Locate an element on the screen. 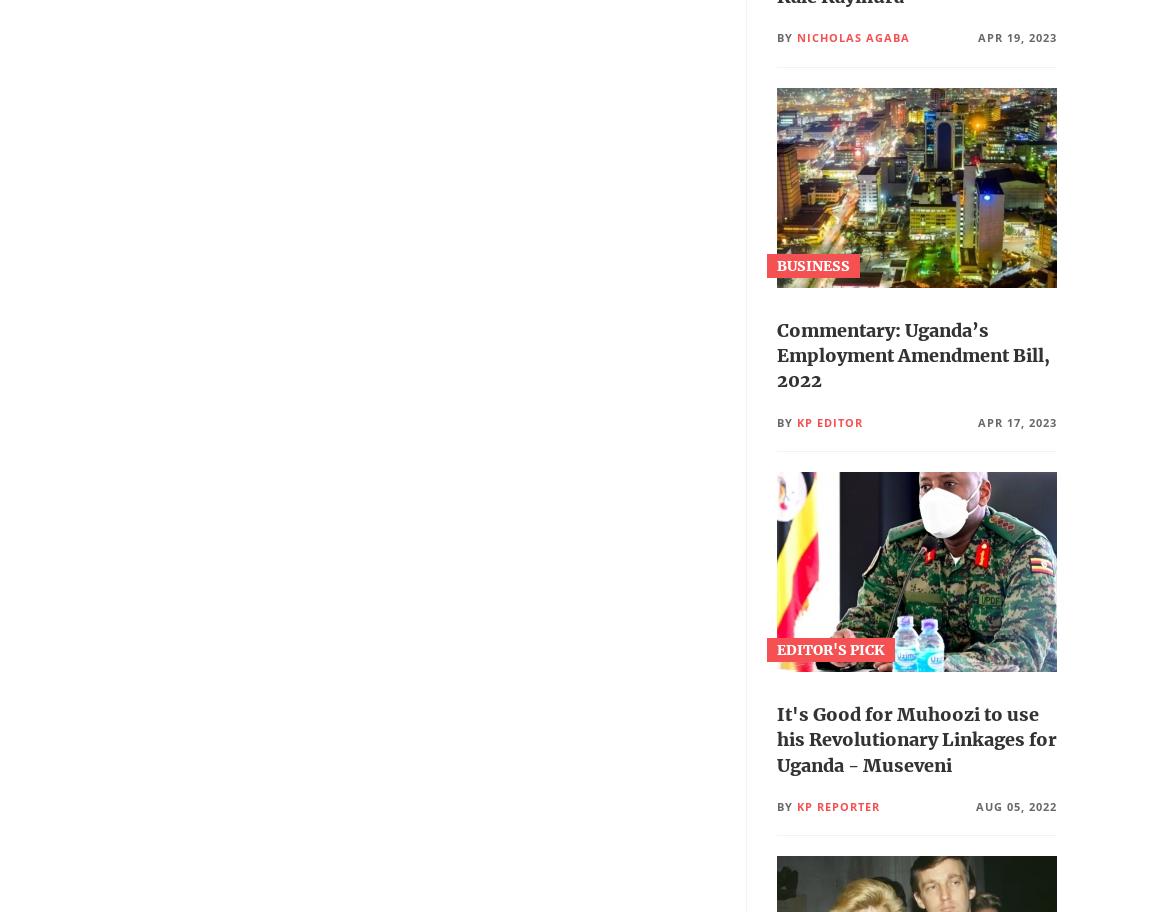 This screenshot has width=1150, height=912. 'Kp Reporter' is located at coordinates (836, 804).